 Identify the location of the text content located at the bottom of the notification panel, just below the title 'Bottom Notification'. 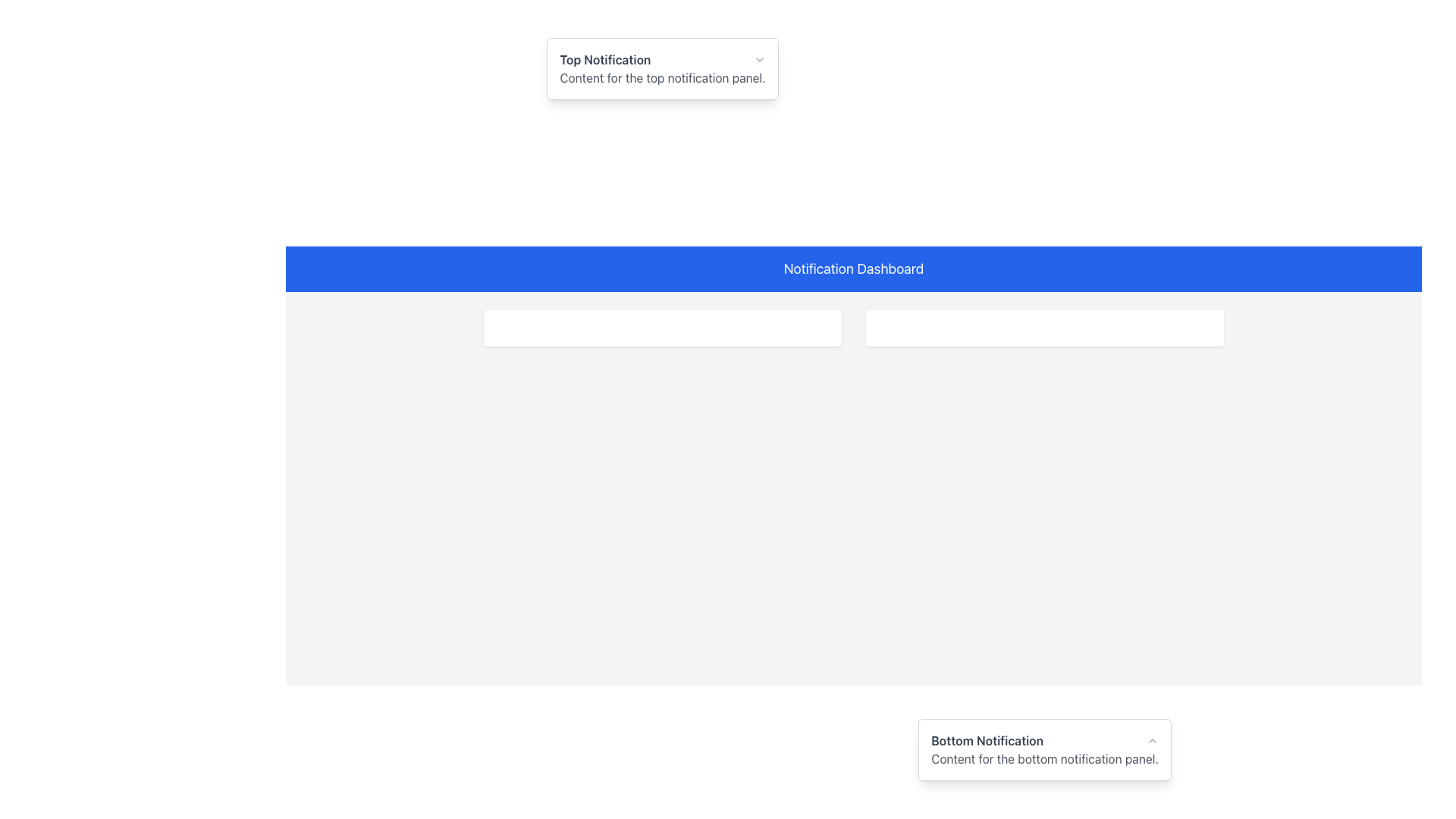
(1043, 759).